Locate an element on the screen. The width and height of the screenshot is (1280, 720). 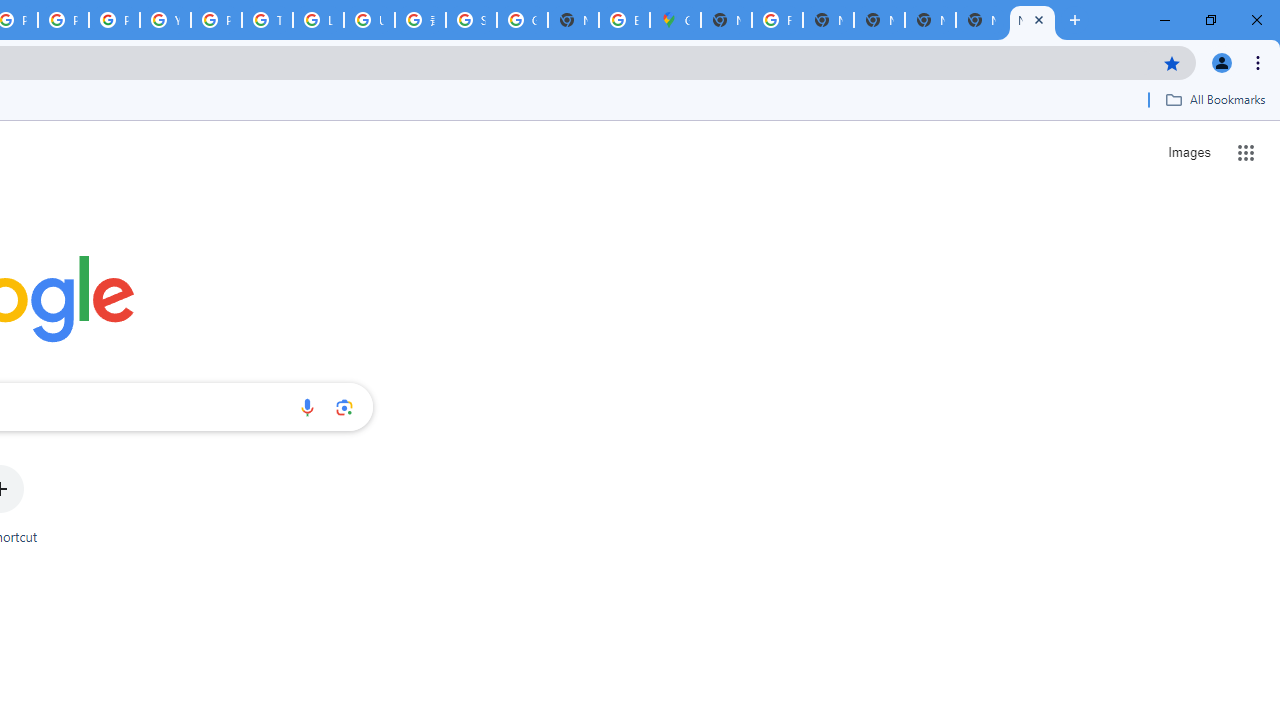
'All Bookmarks' is located at coordinates (1214, 99).